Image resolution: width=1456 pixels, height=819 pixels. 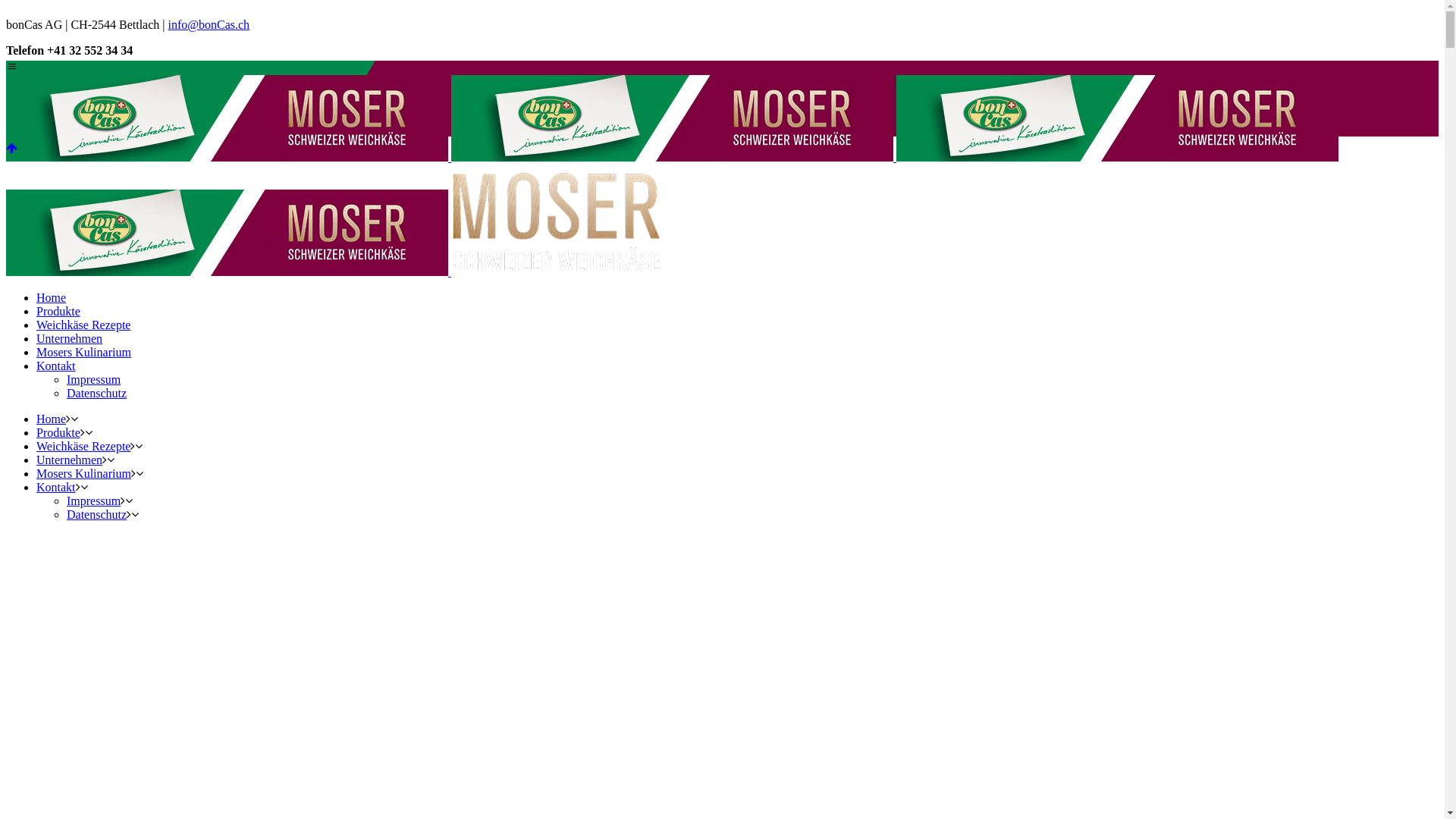 What do you see at coordinates (93, 500) in the screenshot?
I see `'Impressum'` at bounding box center [93, 500].